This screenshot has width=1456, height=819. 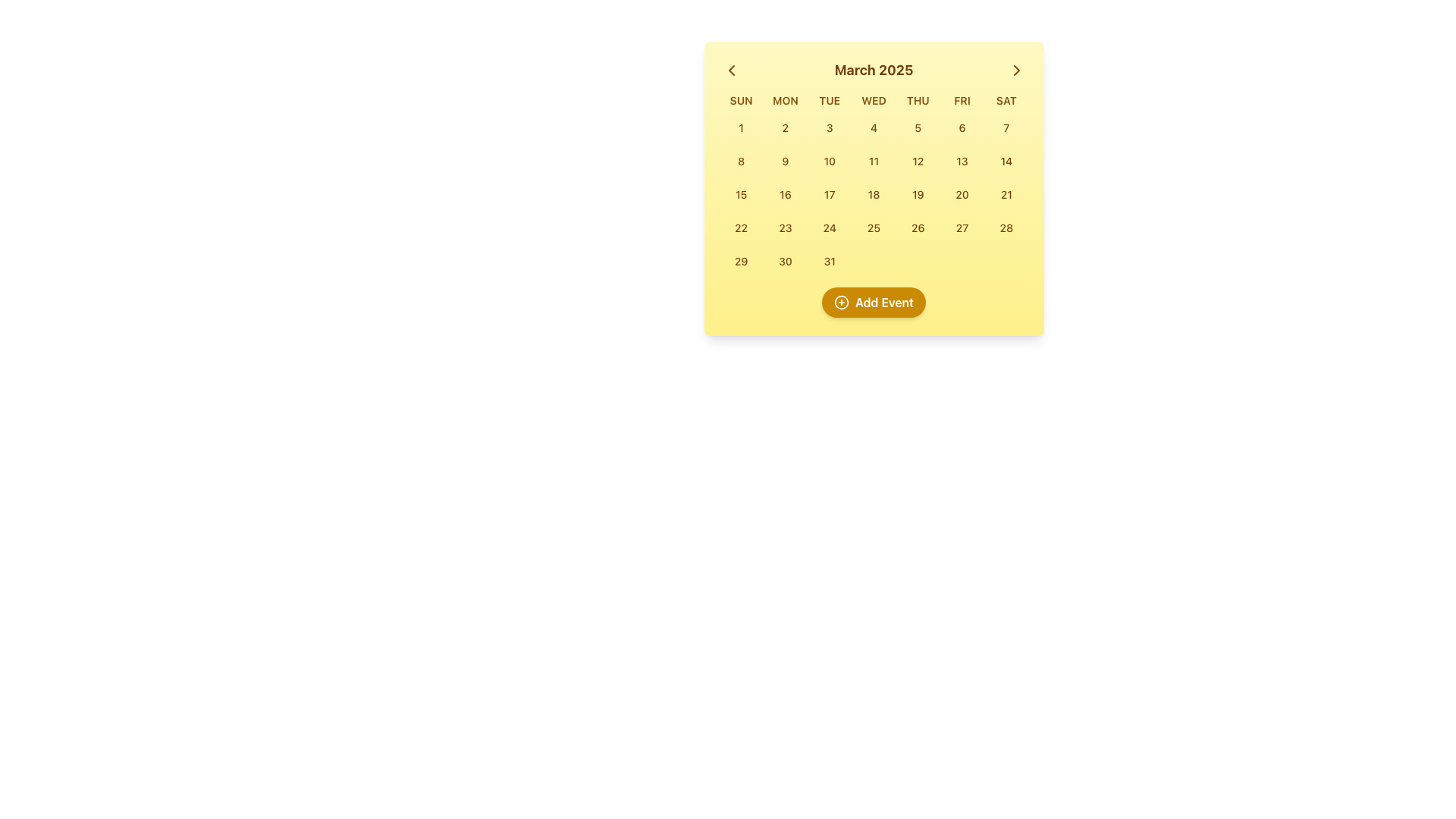 What do you see at coordinates (1006, 193) in the screenshot?
I see `the date '21' in the March 2025 calendar` at bounding box center [1006, 193].